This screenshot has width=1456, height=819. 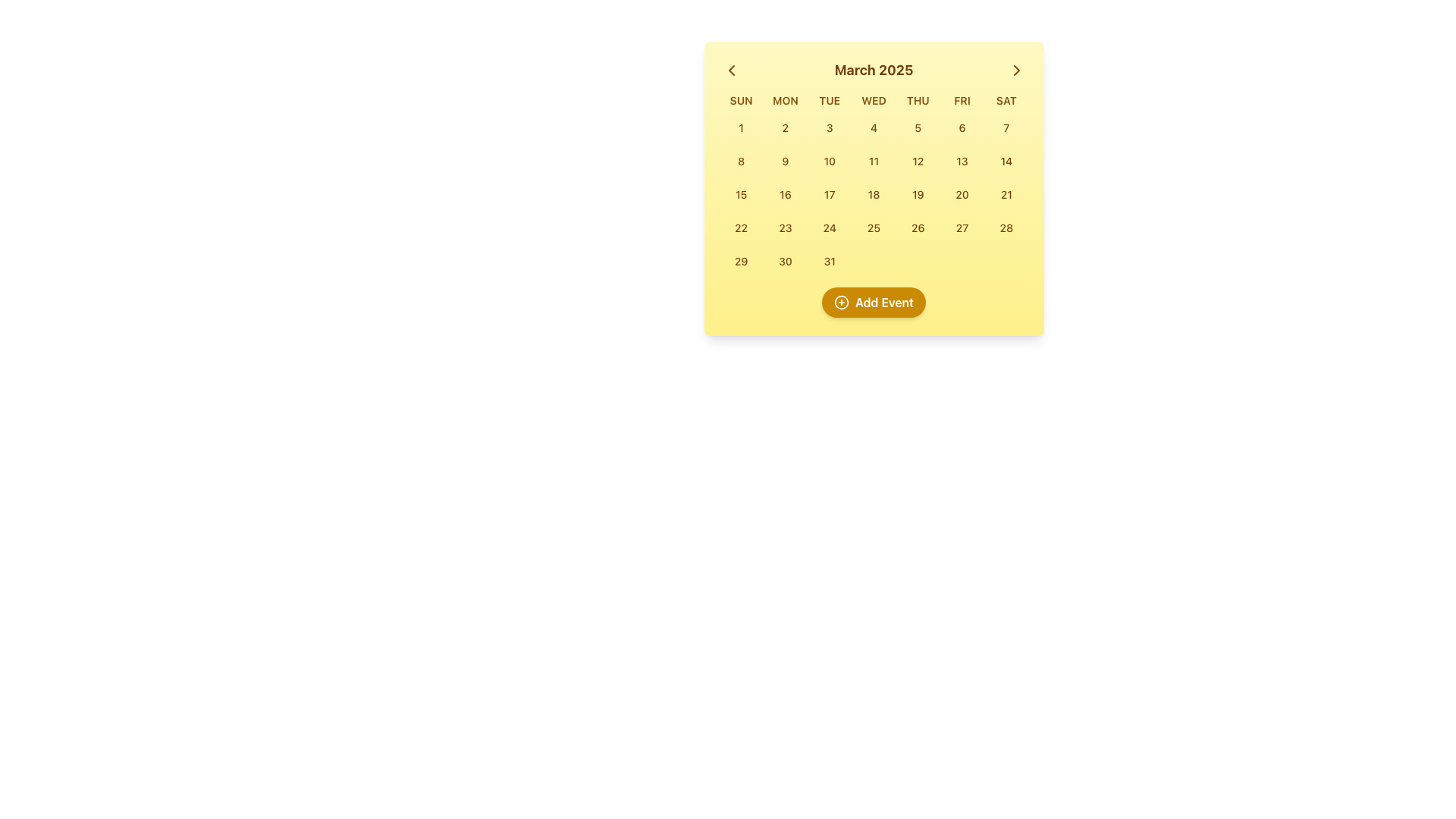 What do you see at coordinates (1006, 193) in the screenshot?
I see `the date '21' in the March 2025 calendar` at bounding box center [1006, 193].